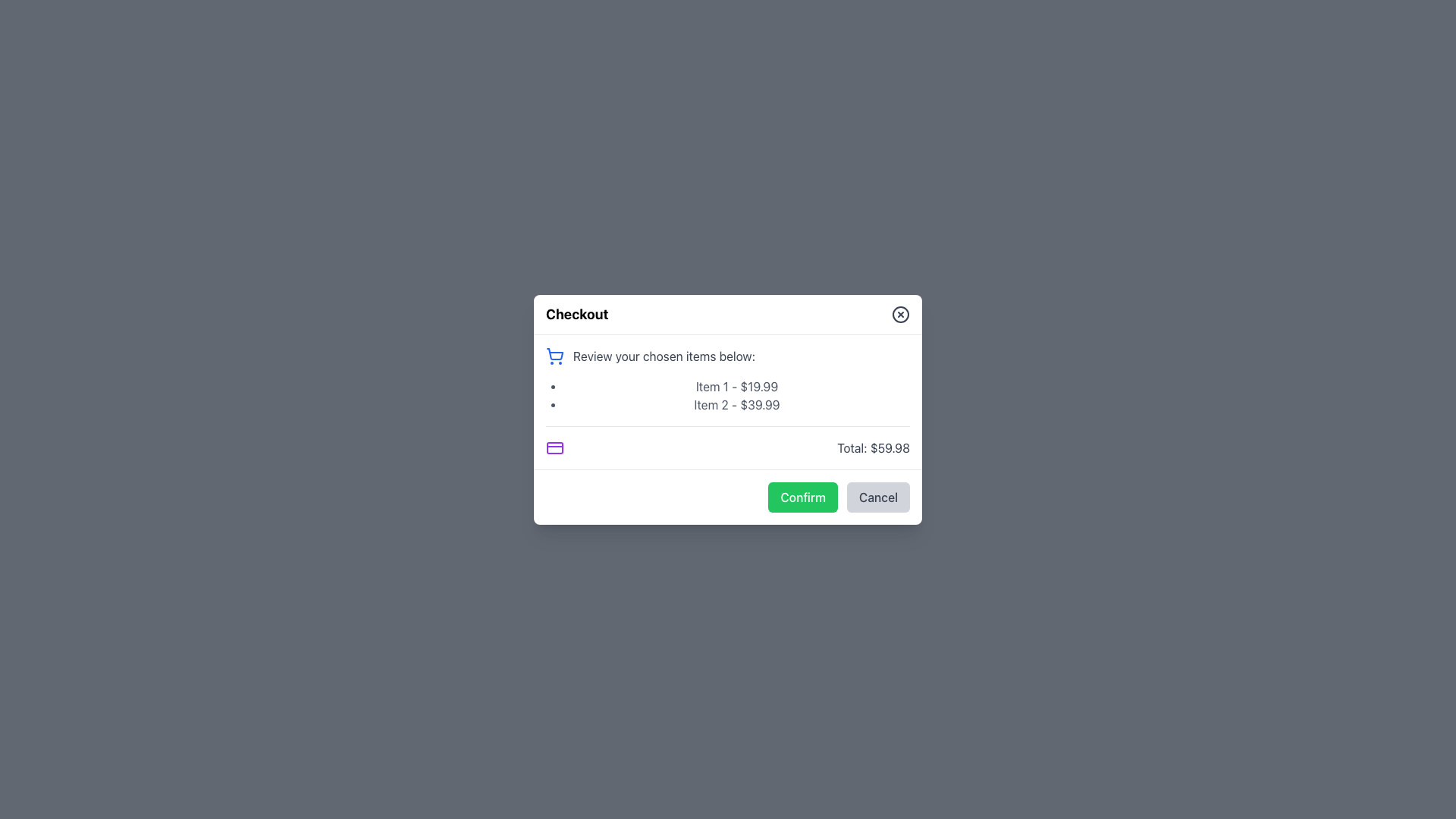  Describe the element at coordinates (728, 400) in the screenshot. I see `item details displayed in the shopping cart informational section located centrally within the checkout modal` at that location.